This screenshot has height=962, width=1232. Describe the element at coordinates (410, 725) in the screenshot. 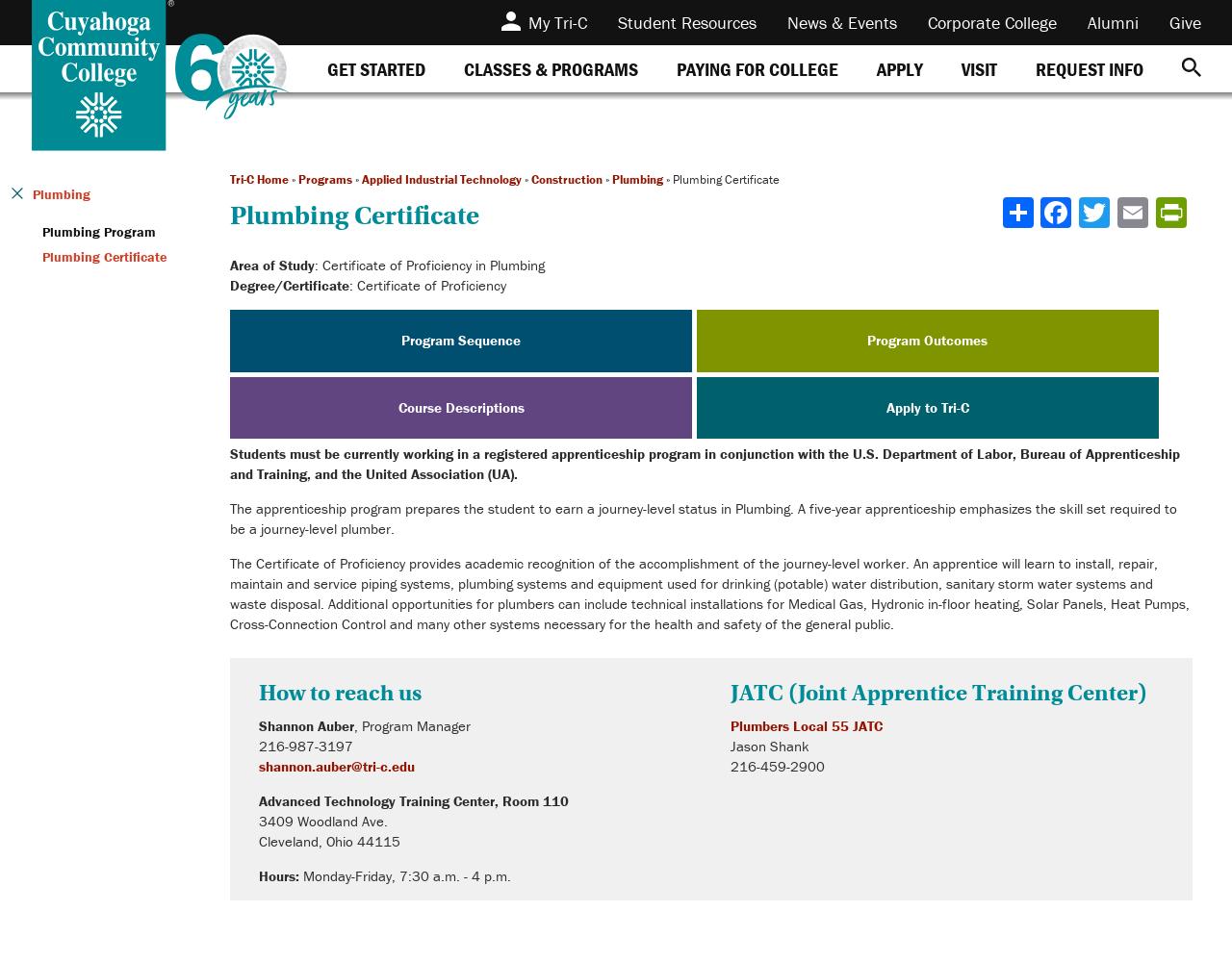

I see `', Program Manager'` at that location.